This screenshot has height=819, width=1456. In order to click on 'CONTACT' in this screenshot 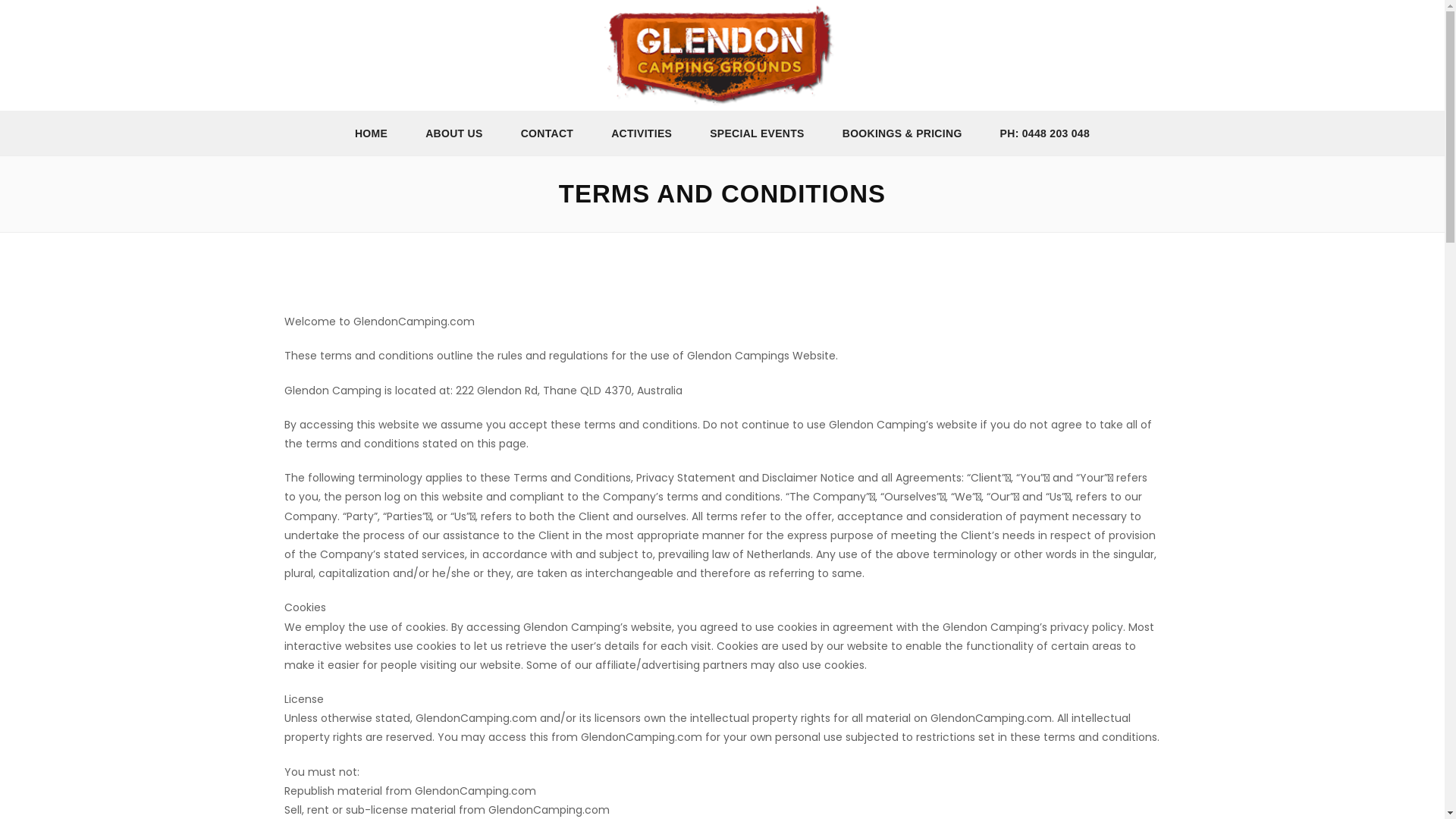, I will do `click(546, 132)`.